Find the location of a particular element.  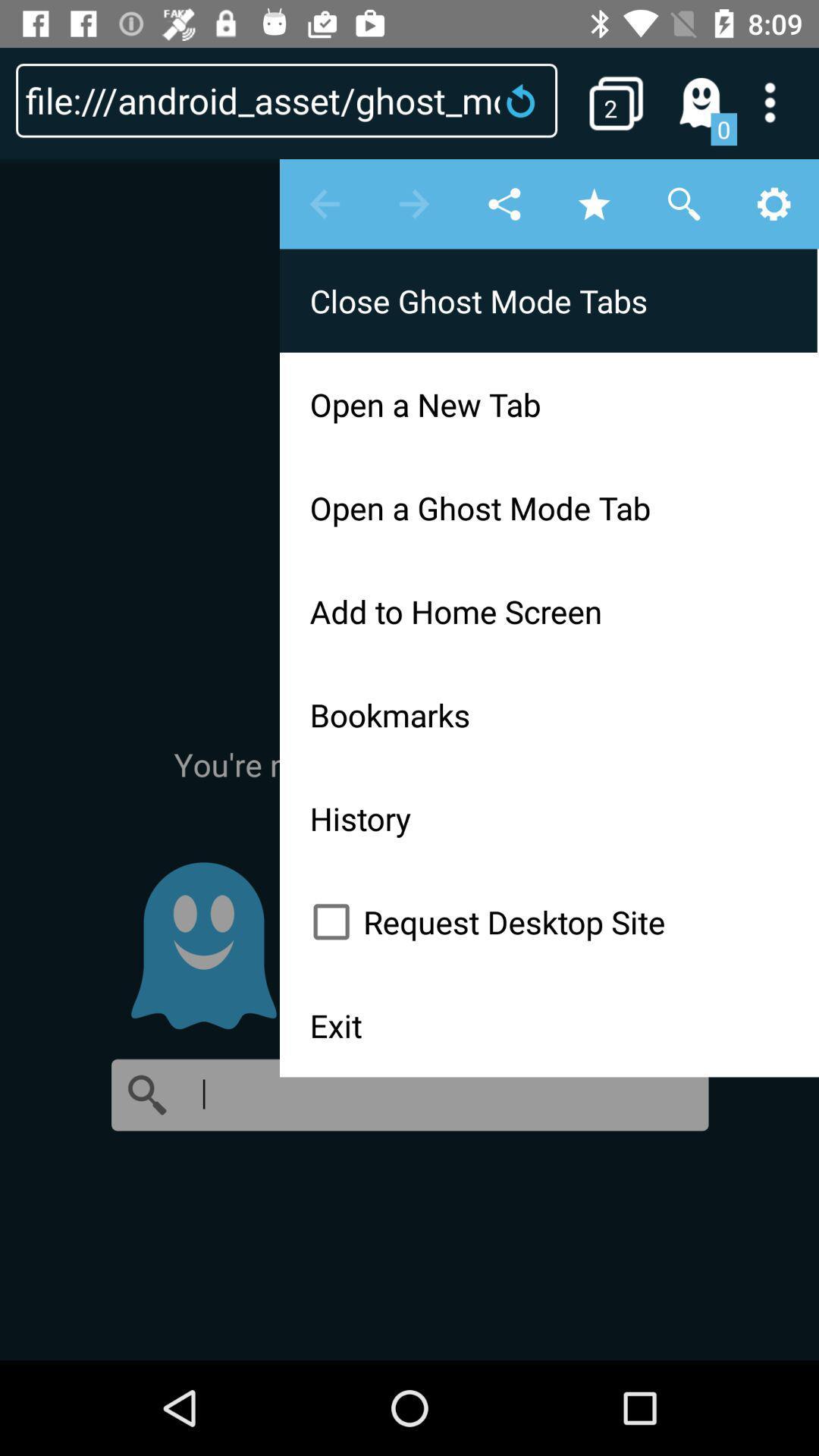

the refresh icon is located at coordinates (525, 99).